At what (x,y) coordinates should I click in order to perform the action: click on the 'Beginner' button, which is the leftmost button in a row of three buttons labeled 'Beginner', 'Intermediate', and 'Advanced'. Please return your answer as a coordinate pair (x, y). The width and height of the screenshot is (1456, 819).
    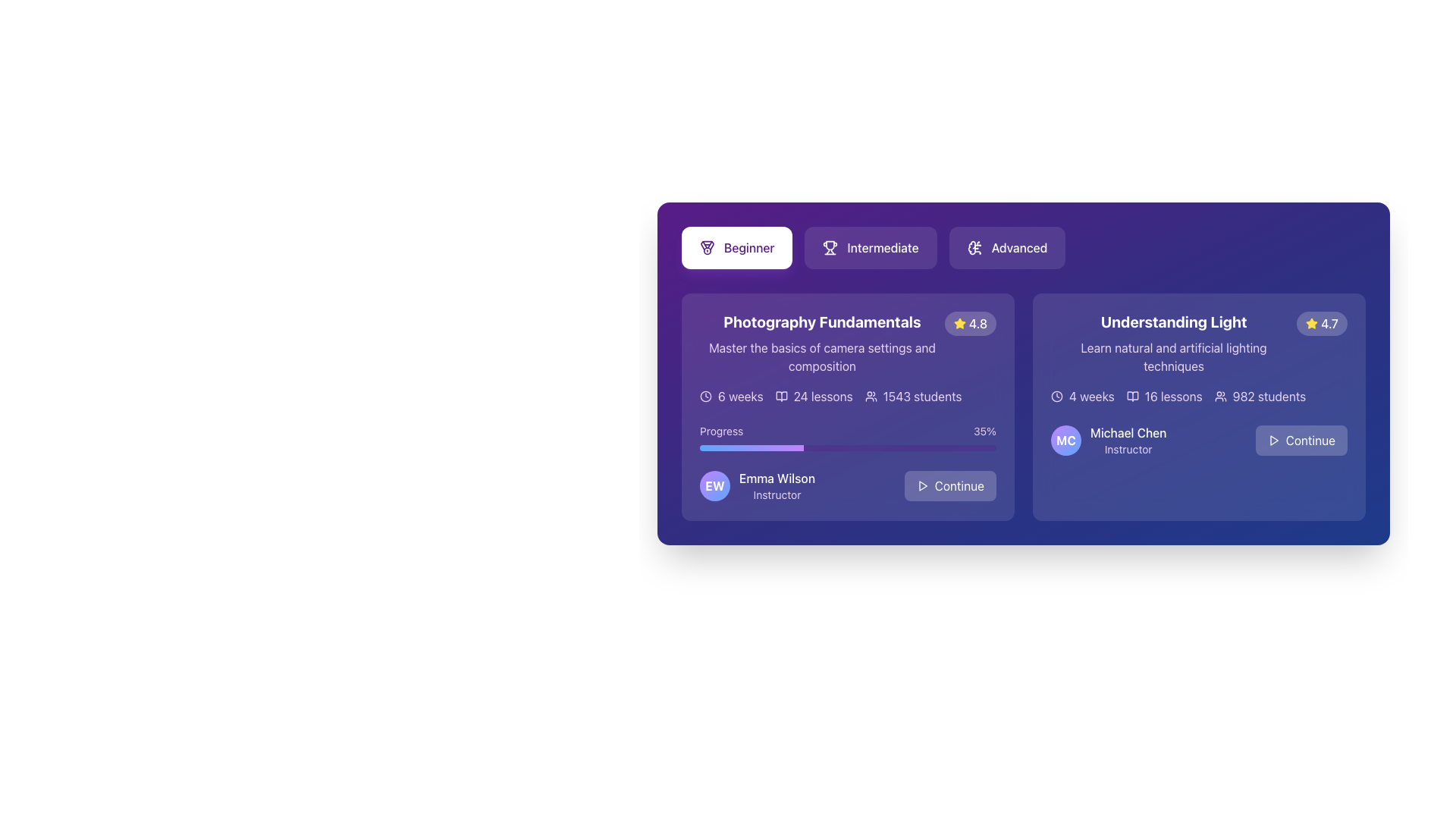
    Looking at the image, I should click on (737, 247).